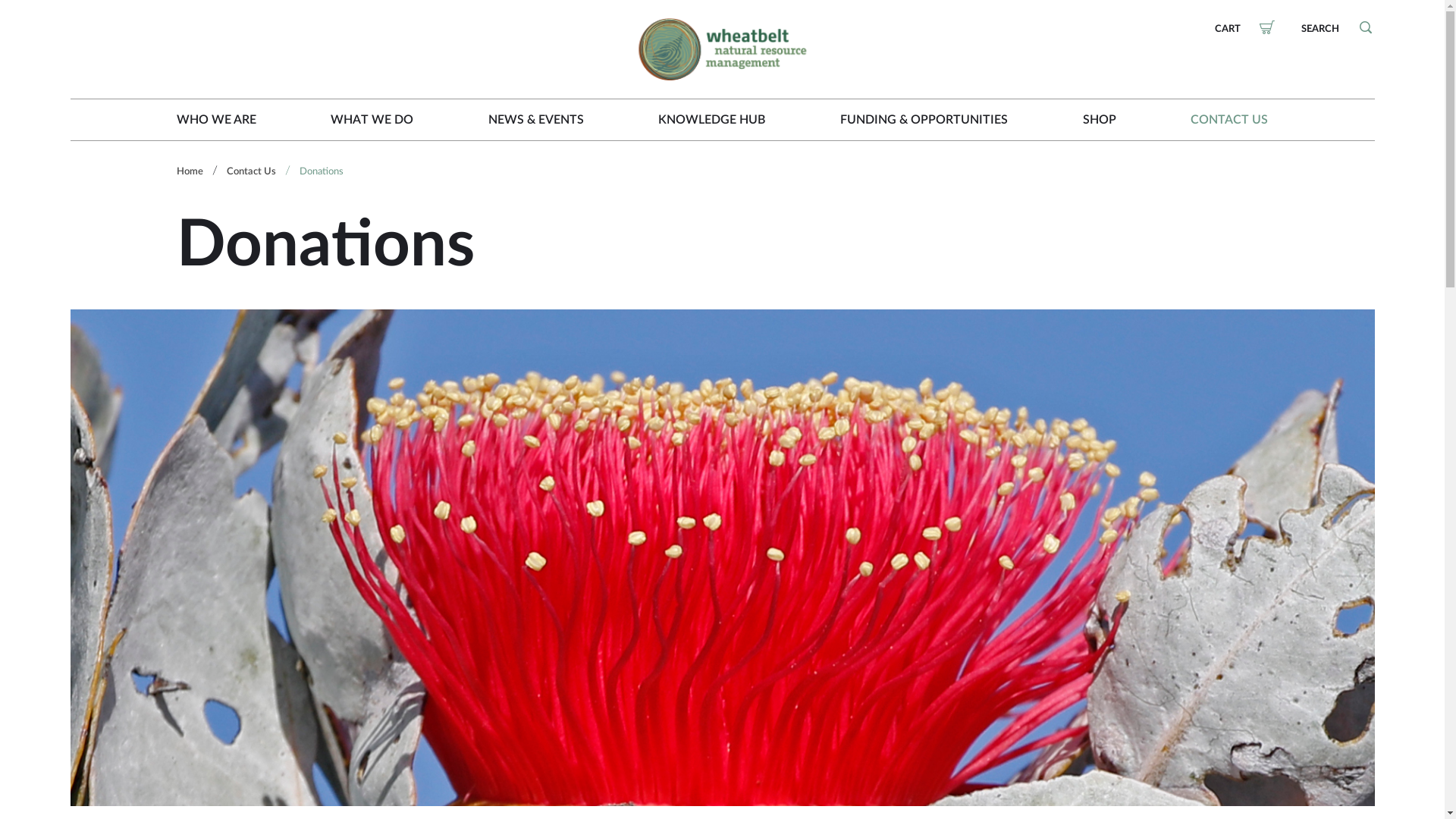 This screenshot has width=1456, height=819. I want to click on 'NEWS & EVENTS', so click(535, 119).